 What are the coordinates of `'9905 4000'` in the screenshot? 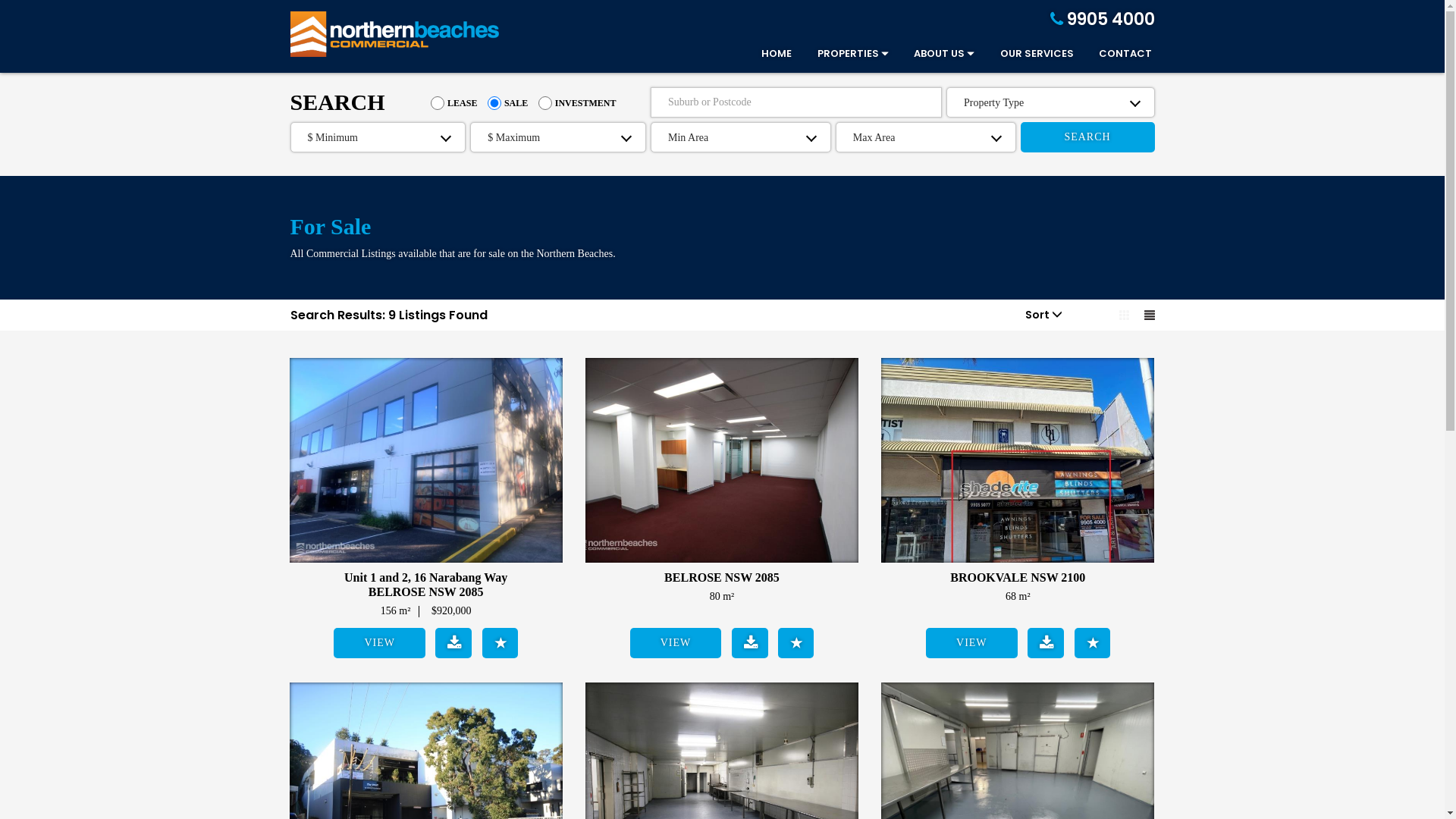 It's located at (1102, 19).